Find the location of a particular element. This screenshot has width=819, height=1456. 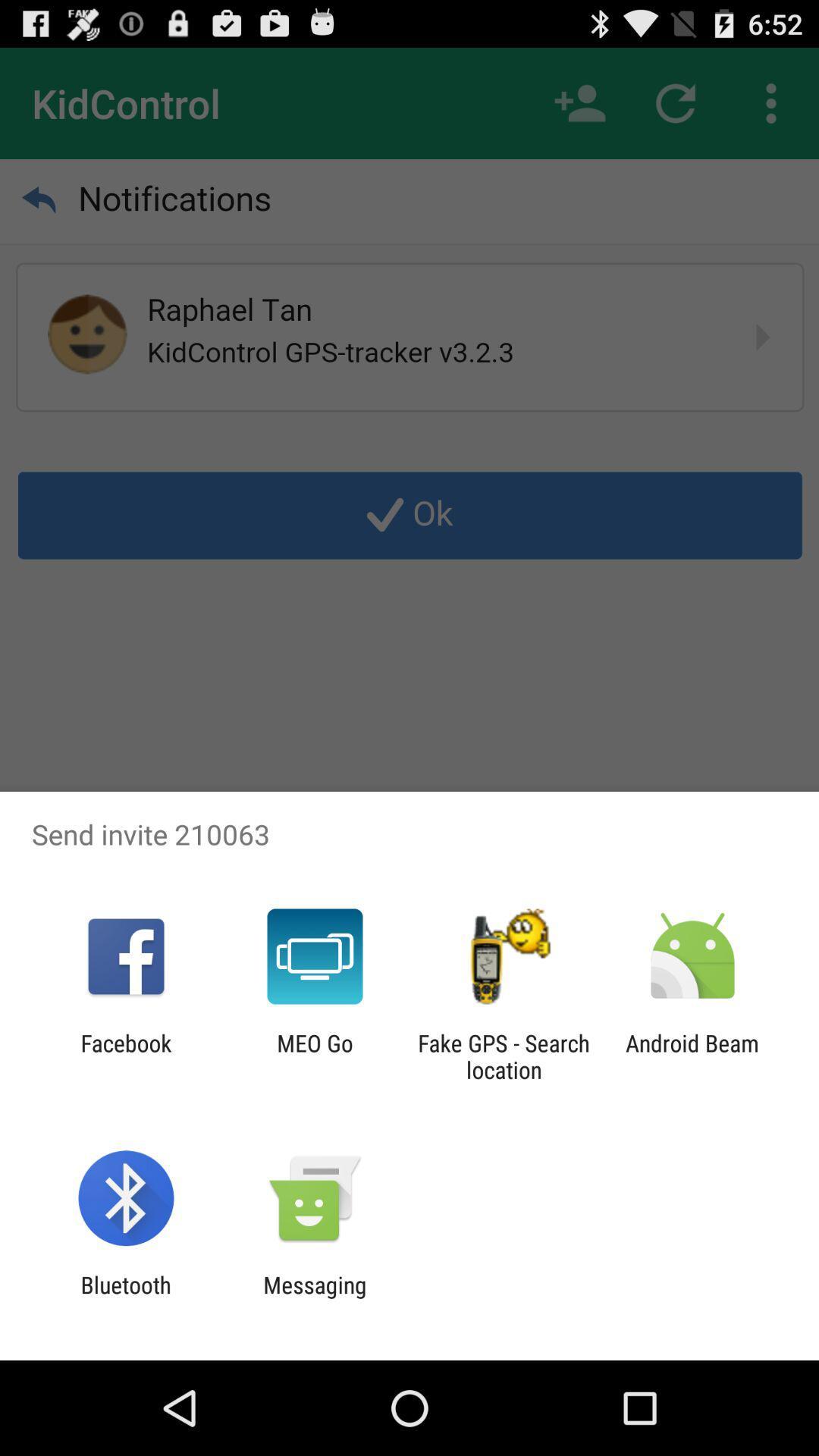

app next to the meo go app is located at coordinates (125, 1056).